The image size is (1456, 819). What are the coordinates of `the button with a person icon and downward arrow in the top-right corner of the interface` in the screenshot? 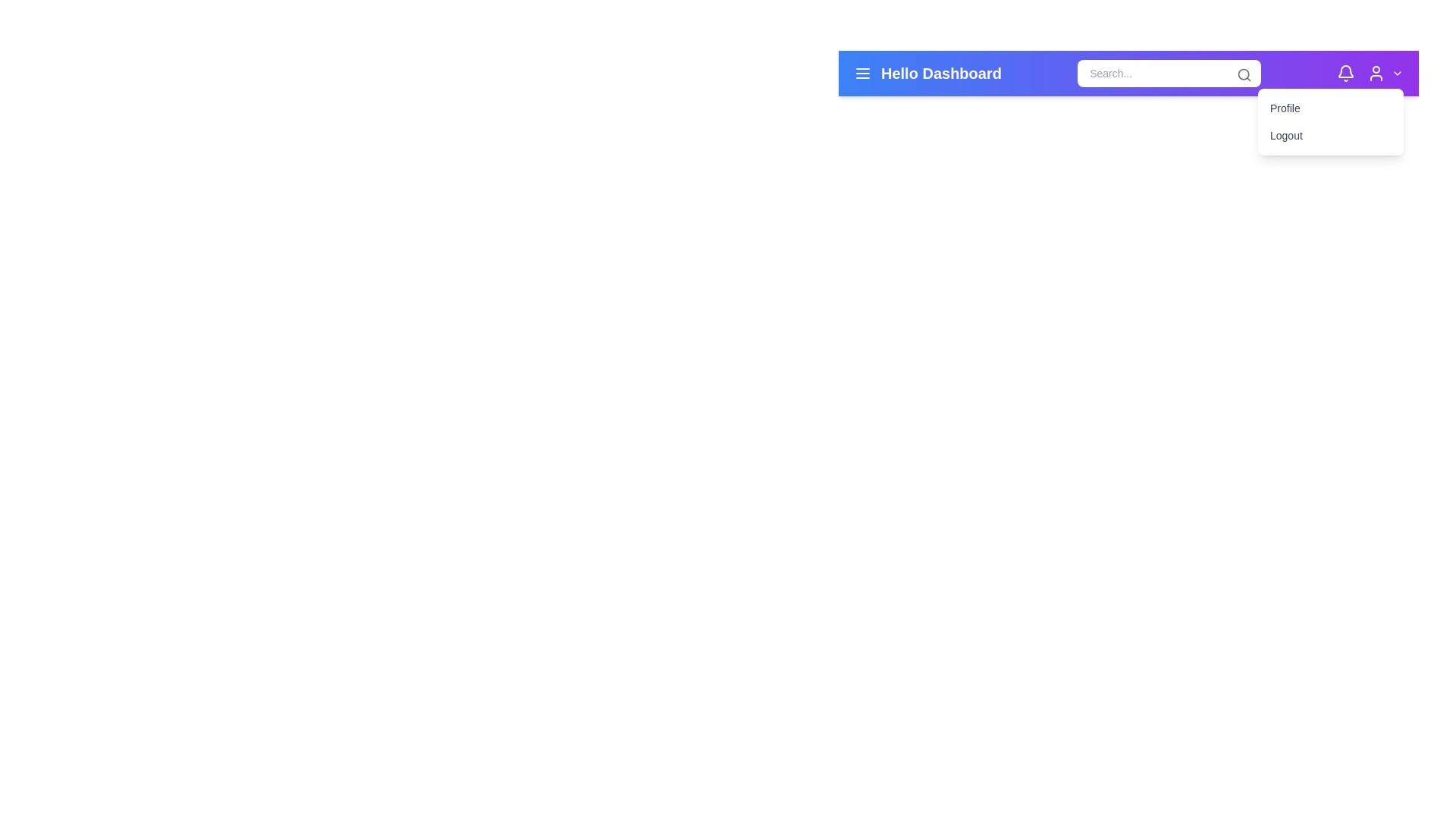 It's located at (1385, 73).